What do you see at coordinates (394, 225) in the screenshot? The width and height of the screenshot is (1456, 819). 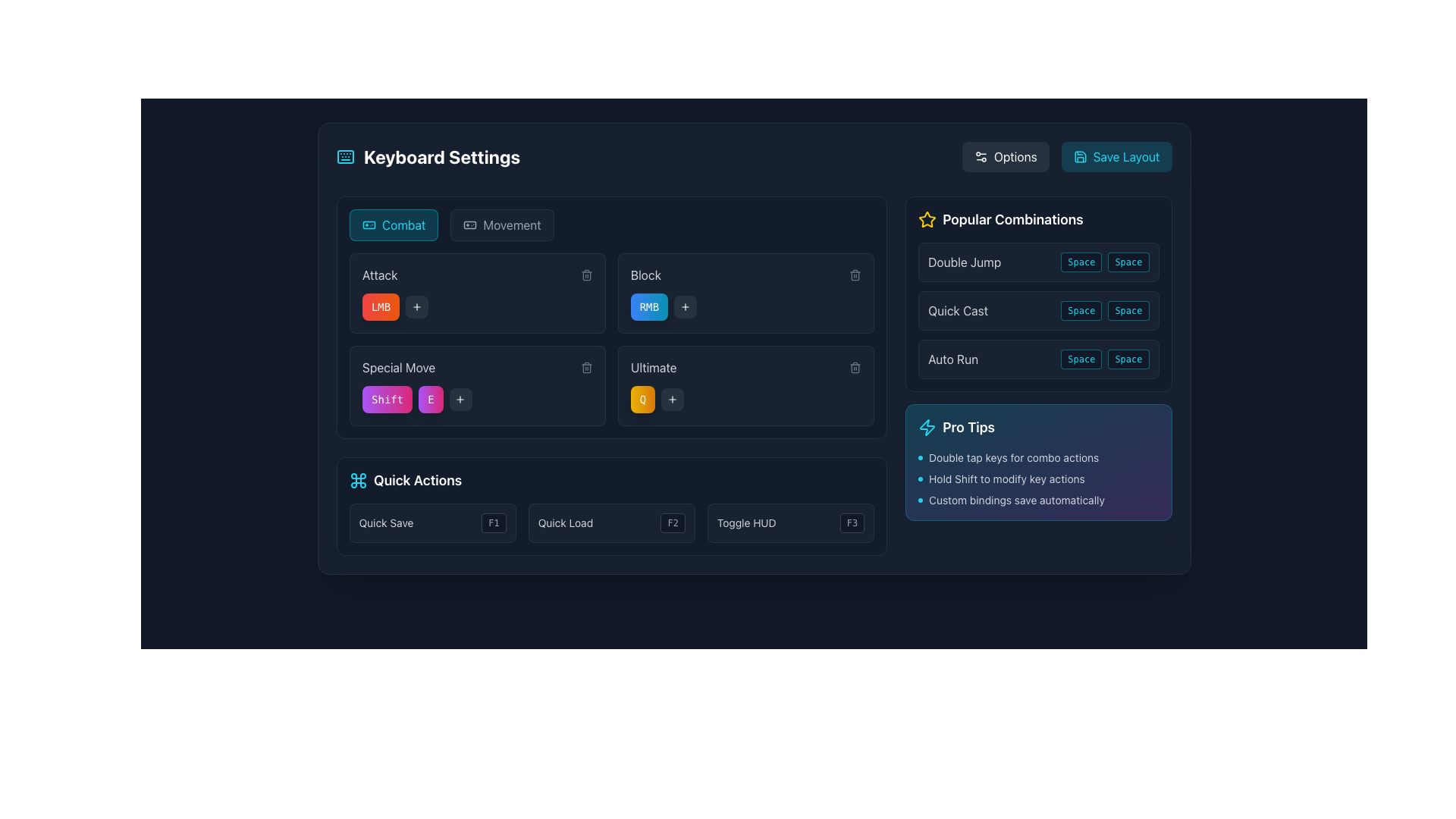 I see `the 'Combat' button in the 'Keyboard Settings' section using keyboard navigation to focus on it for further actions` at bounding box center [394, 225].